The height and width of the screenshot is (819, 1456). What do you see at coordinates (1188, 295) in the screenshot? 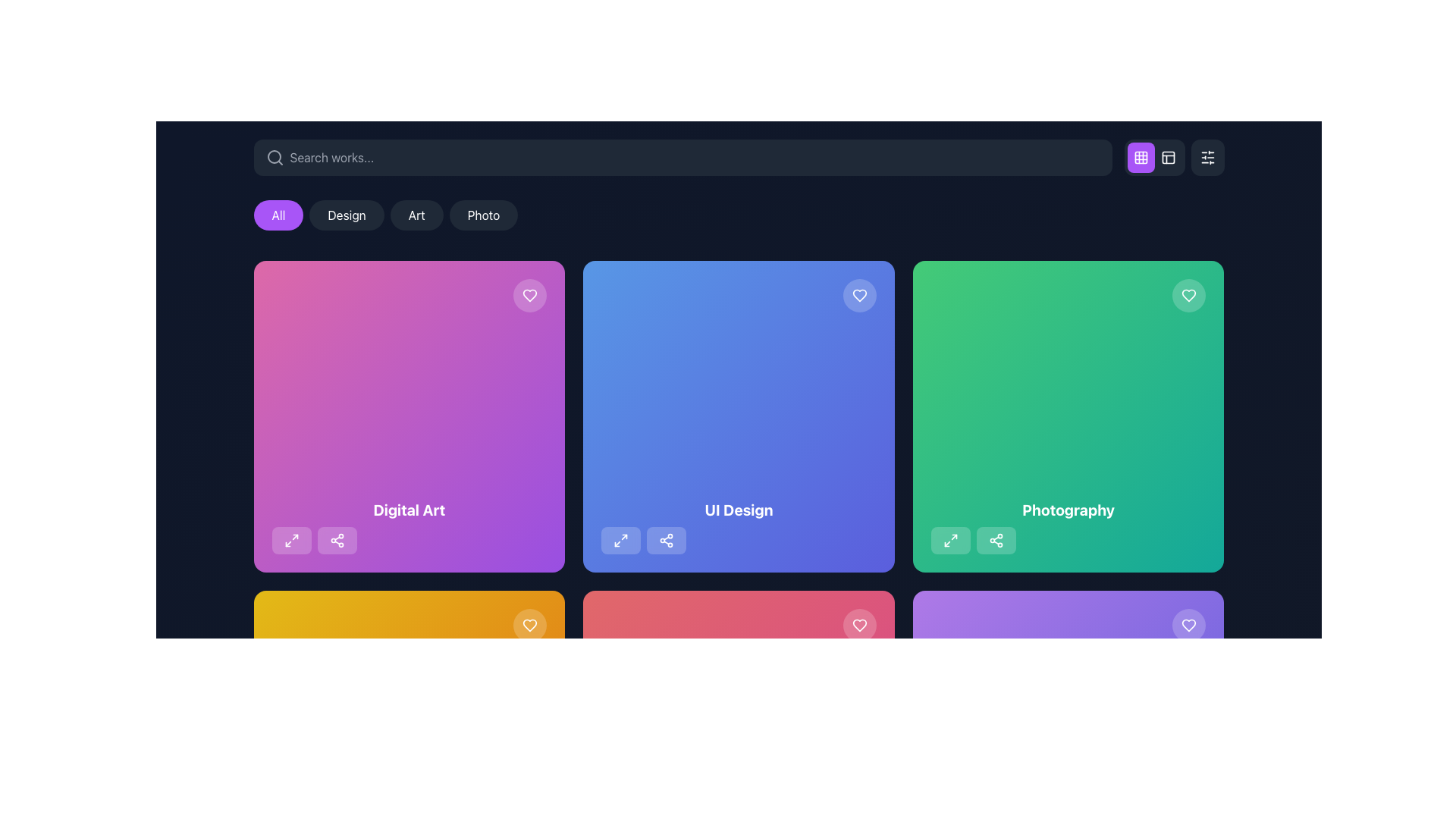
I see `the circular light green button with a heart icon located at the top-right corner of the 'Photography' card` at bounding box center [1188, 295].